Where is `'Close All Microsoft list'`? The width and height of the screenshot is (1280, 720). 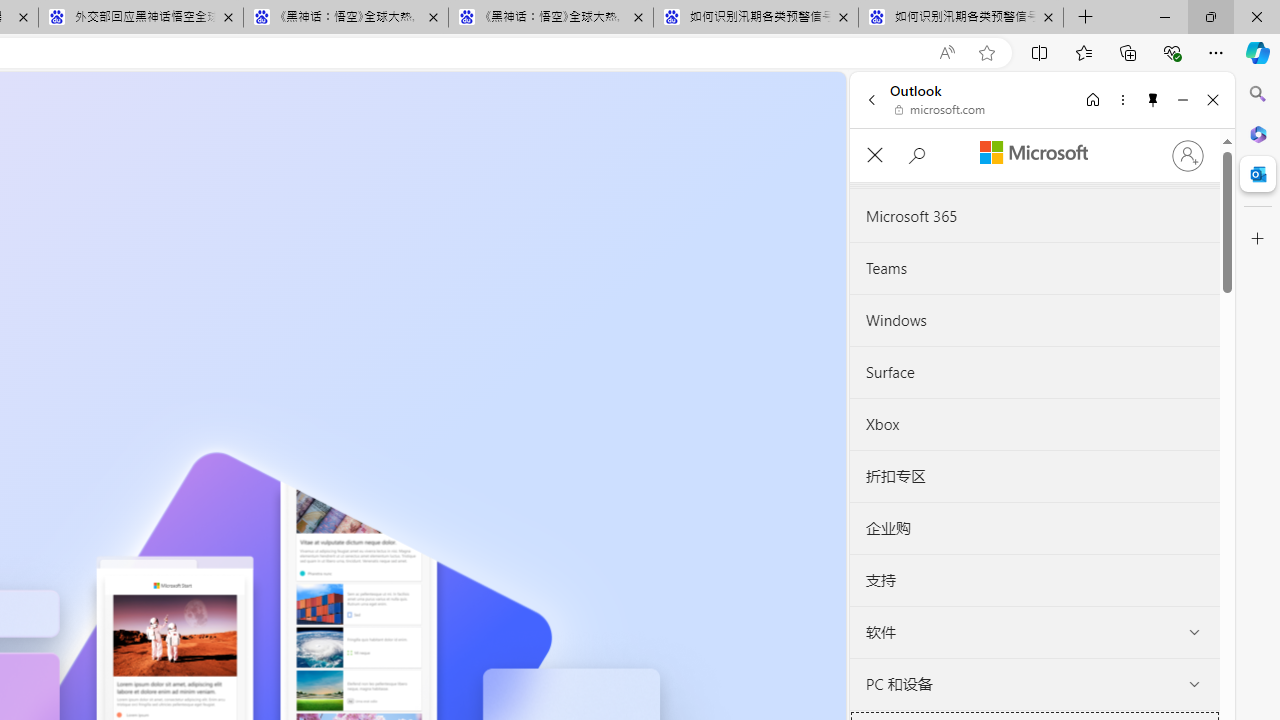 'Close All Microsoft list' is located at coordinates (874, 154).